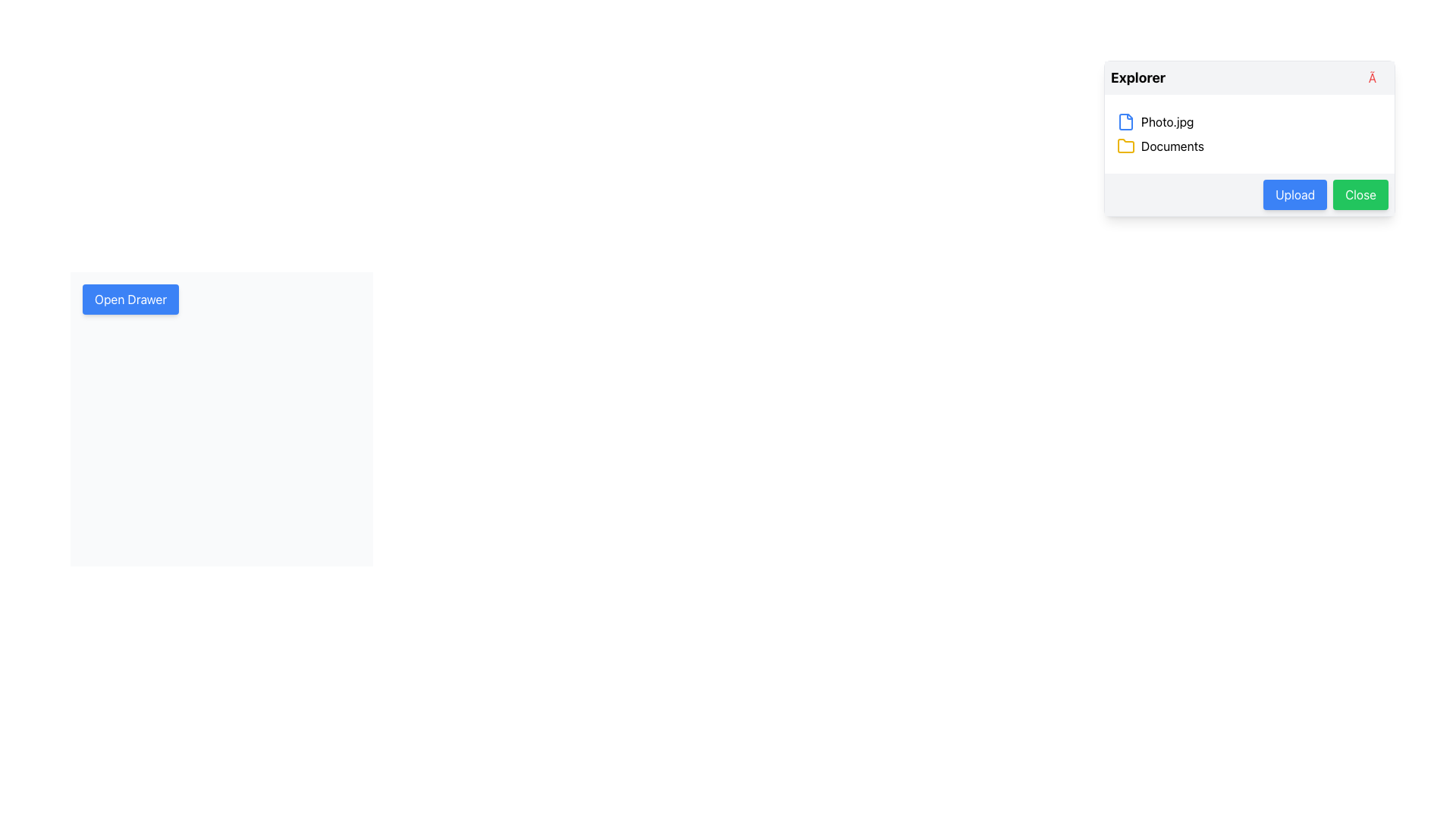 The width and height of the screenshot is (1456, 819). I want to click on the 'Close' button, which is a green rectangular button with rounded corners and white text, located immediately to the right of the 'Upload' button, so click(1360, 194).